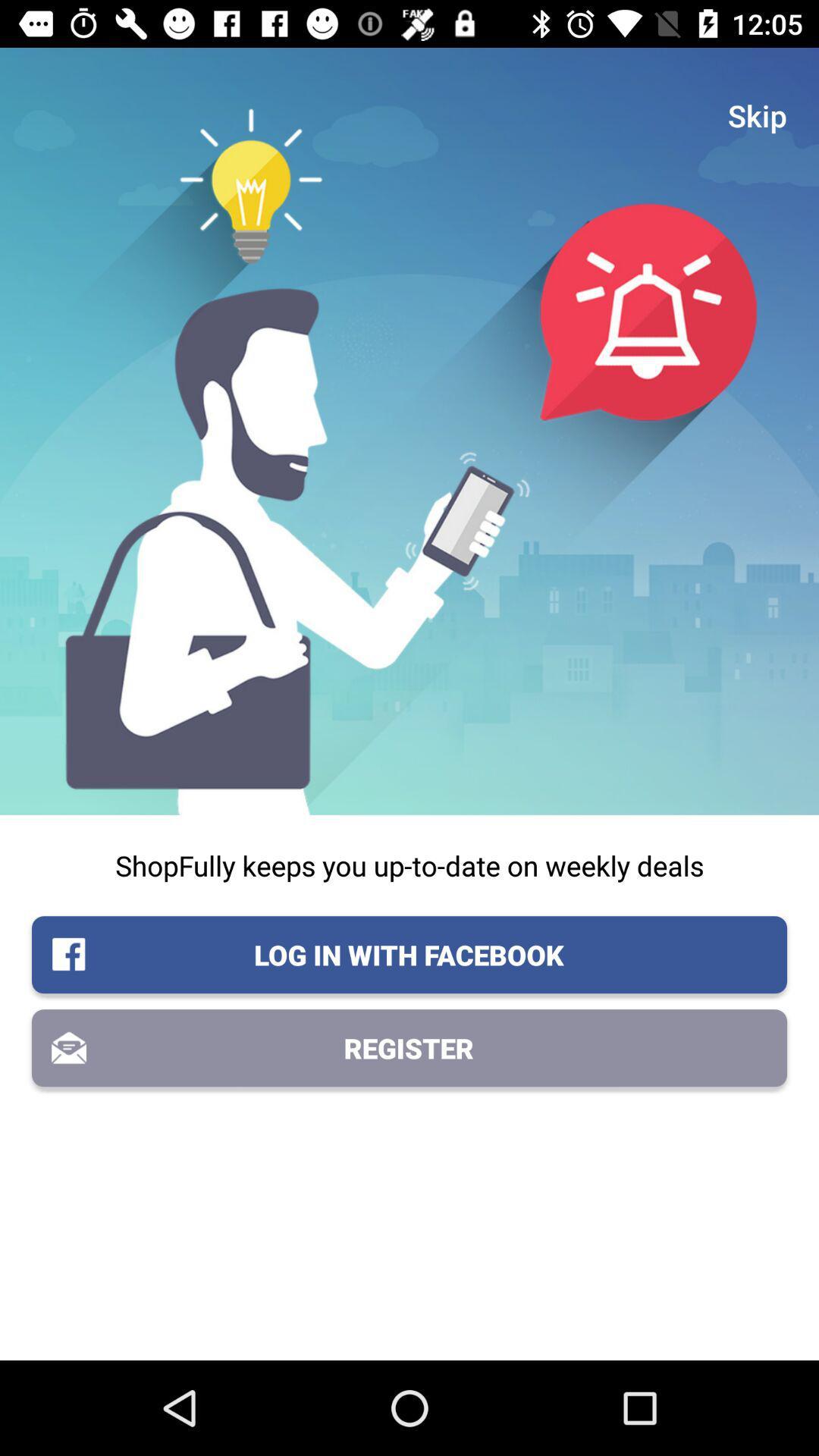  Describe the element at coordinates (409, 865) in the screenshot. I see `shopfully keeps you icon` at that location.